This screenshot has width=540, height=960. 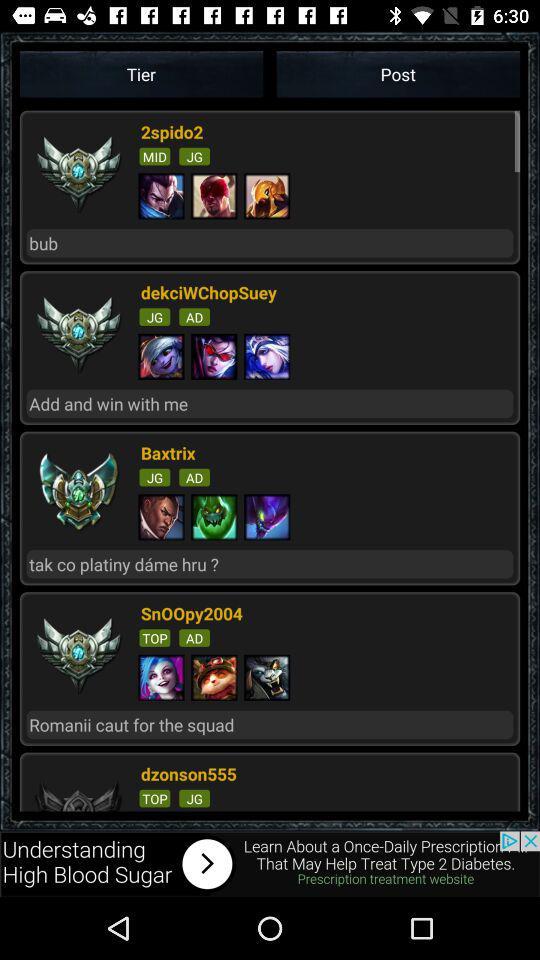 What do you see at coordinates (270, 863) in the screenshot?
I see `search about add` at bounding box center [270, 863].